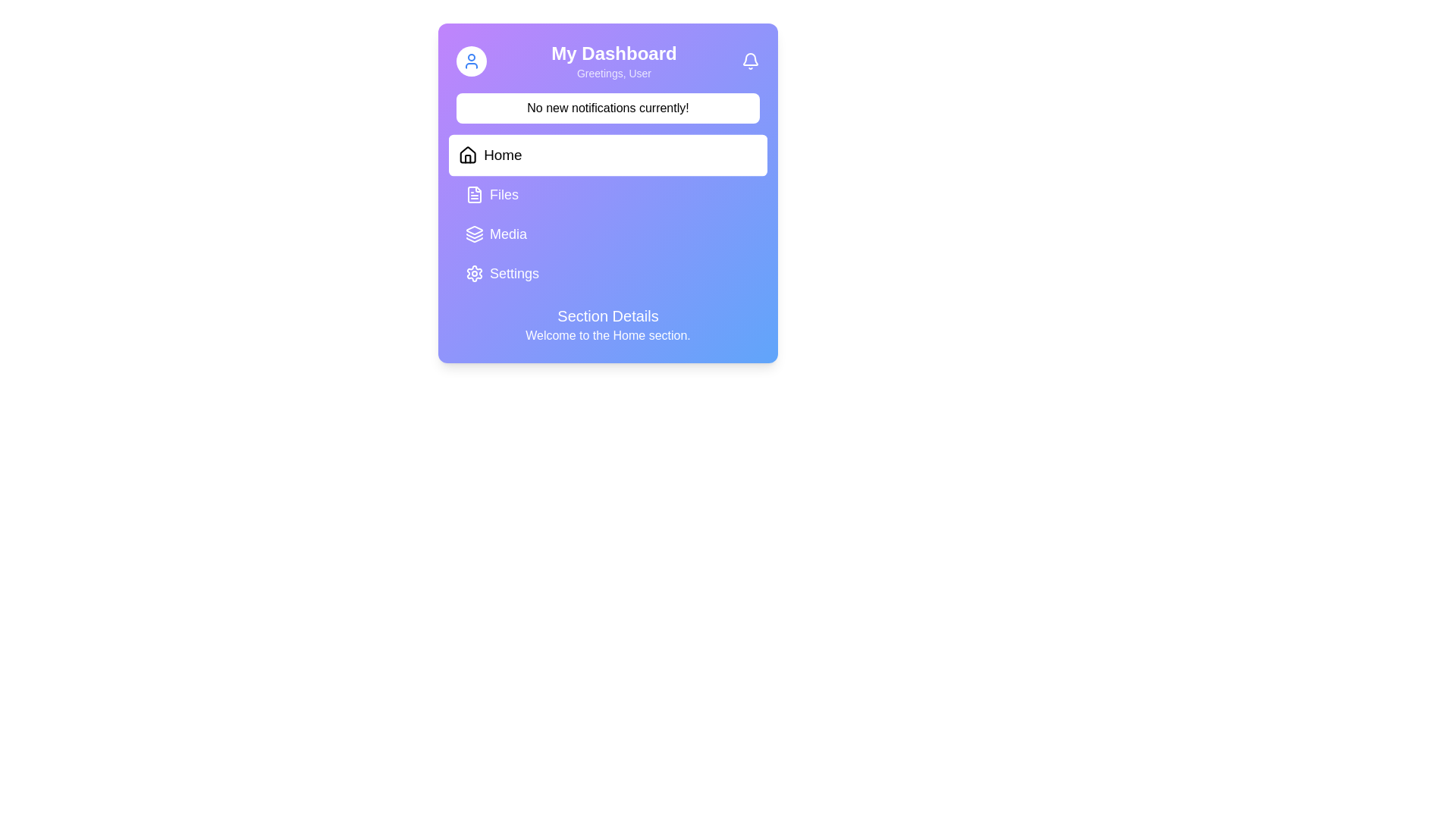 This screenshot has width=1456, height=819. What do you see at coordinates (607, 194) in the screenshot?
I see `the 'Files' button located in the vertical menu, which is the second button below the 'Home' button and above the 'Media' button` at bounding box center [607, 194].